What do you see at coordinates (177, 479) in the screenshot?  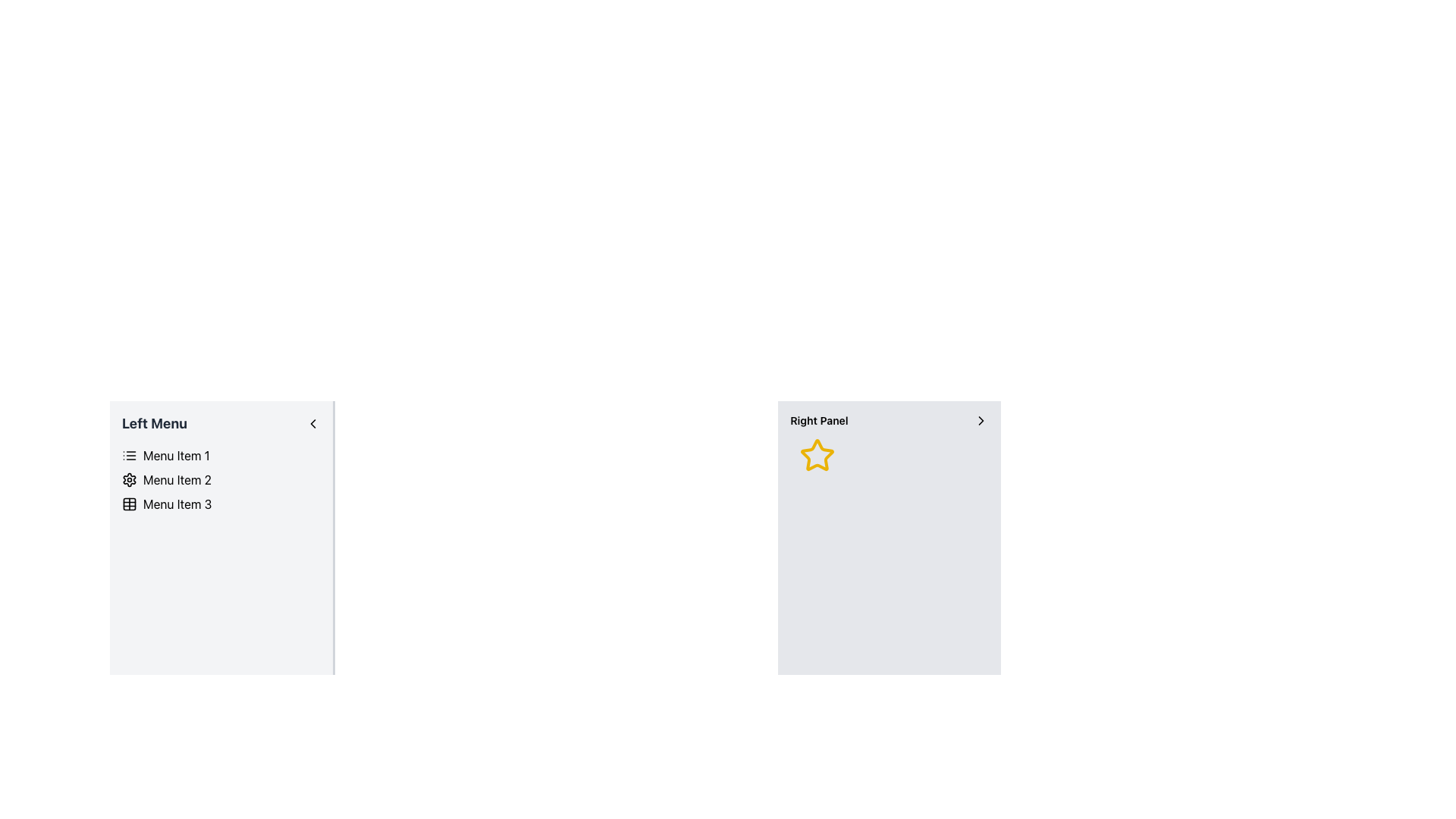 I see `the 'Menu Item 2' option in the vertical menu list` at bounding box center [177, 479].